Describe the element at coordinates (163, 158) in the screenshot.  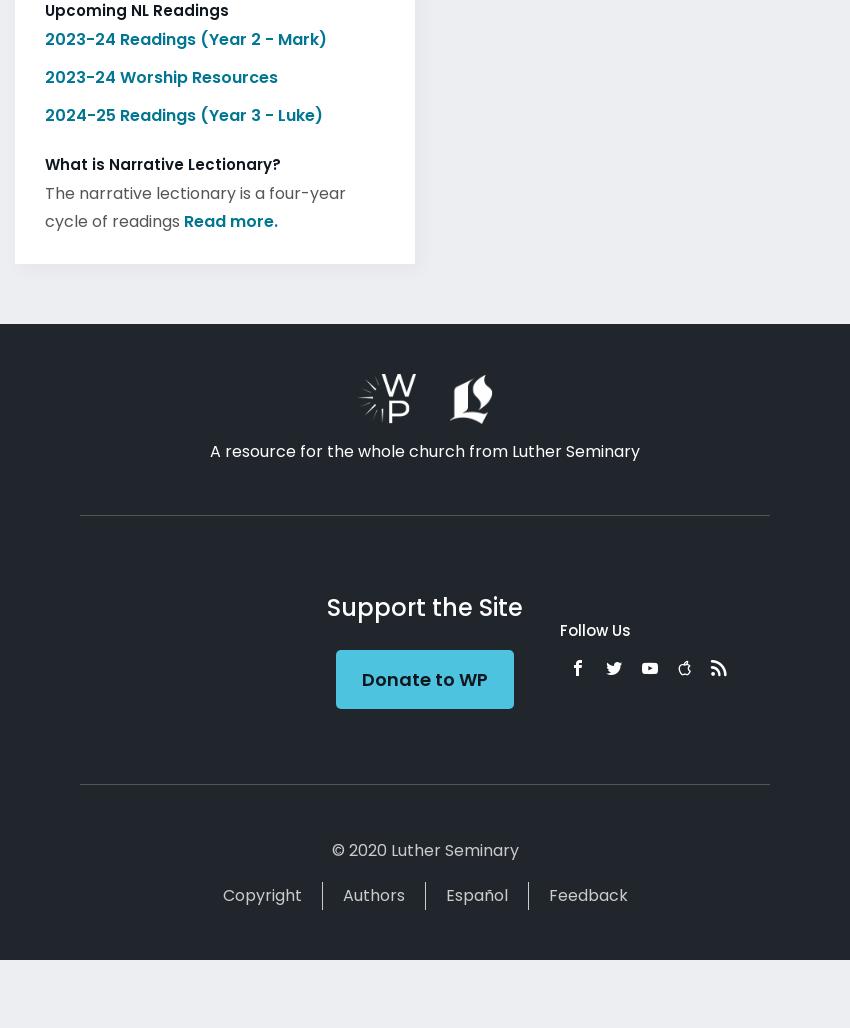
I see `'What is Narrative Lectionary?'` at that location.